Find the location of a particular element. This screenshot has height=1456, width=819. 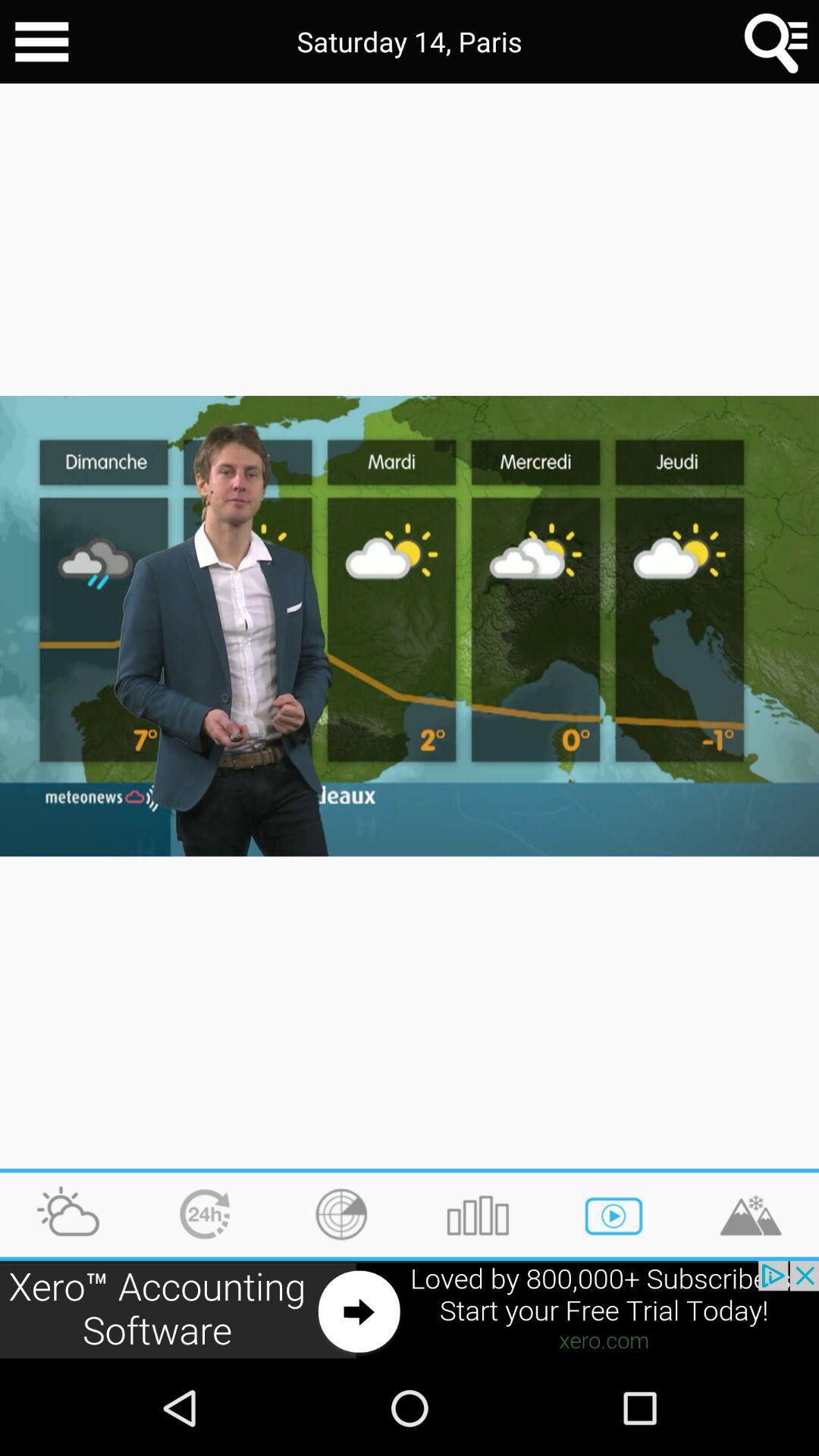

advertisement is located at coordinates (409, 1310).